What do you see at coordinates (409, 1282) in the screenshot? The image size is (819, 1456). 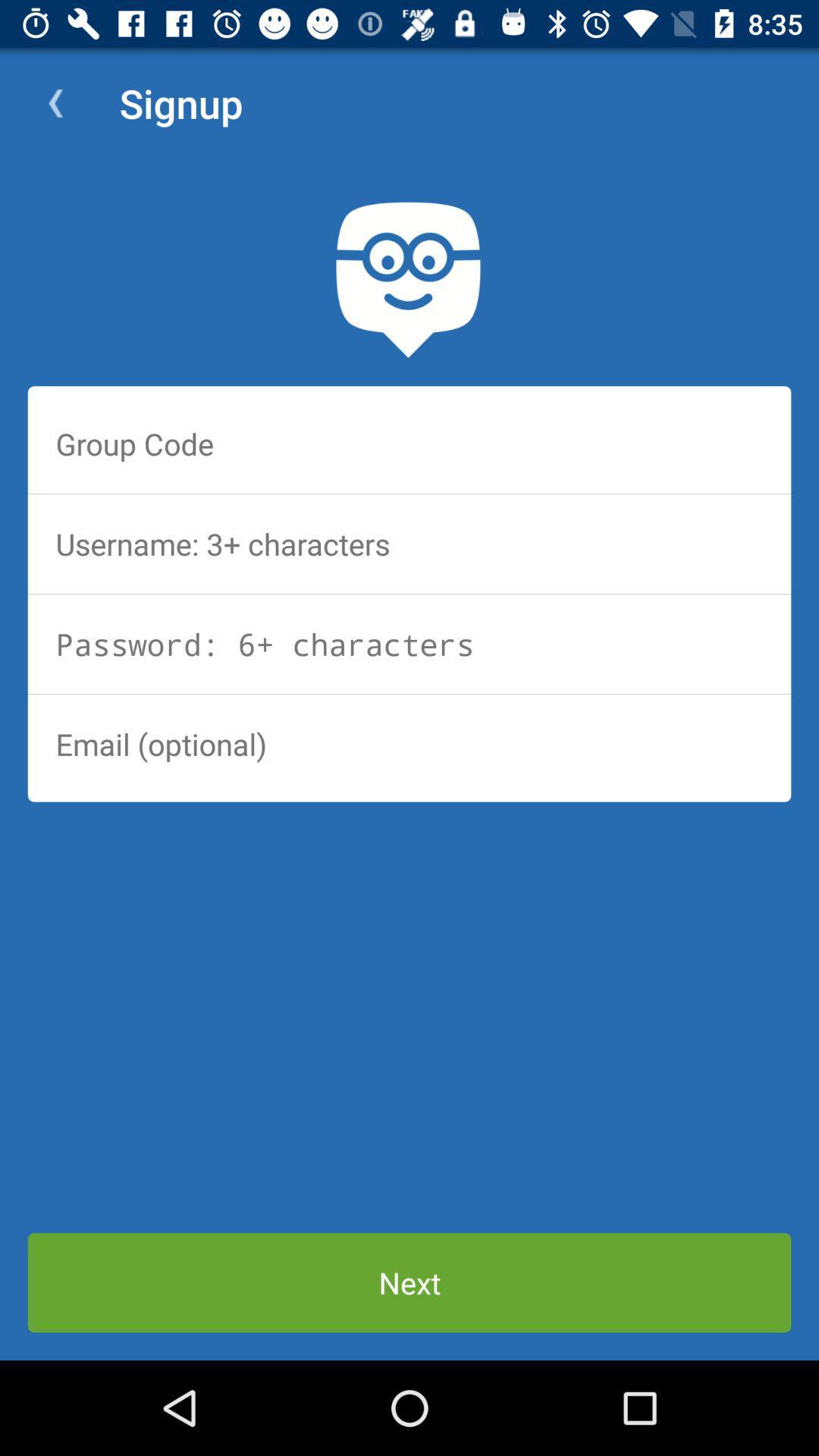 I see `next` at bounding box center [409, 1282].